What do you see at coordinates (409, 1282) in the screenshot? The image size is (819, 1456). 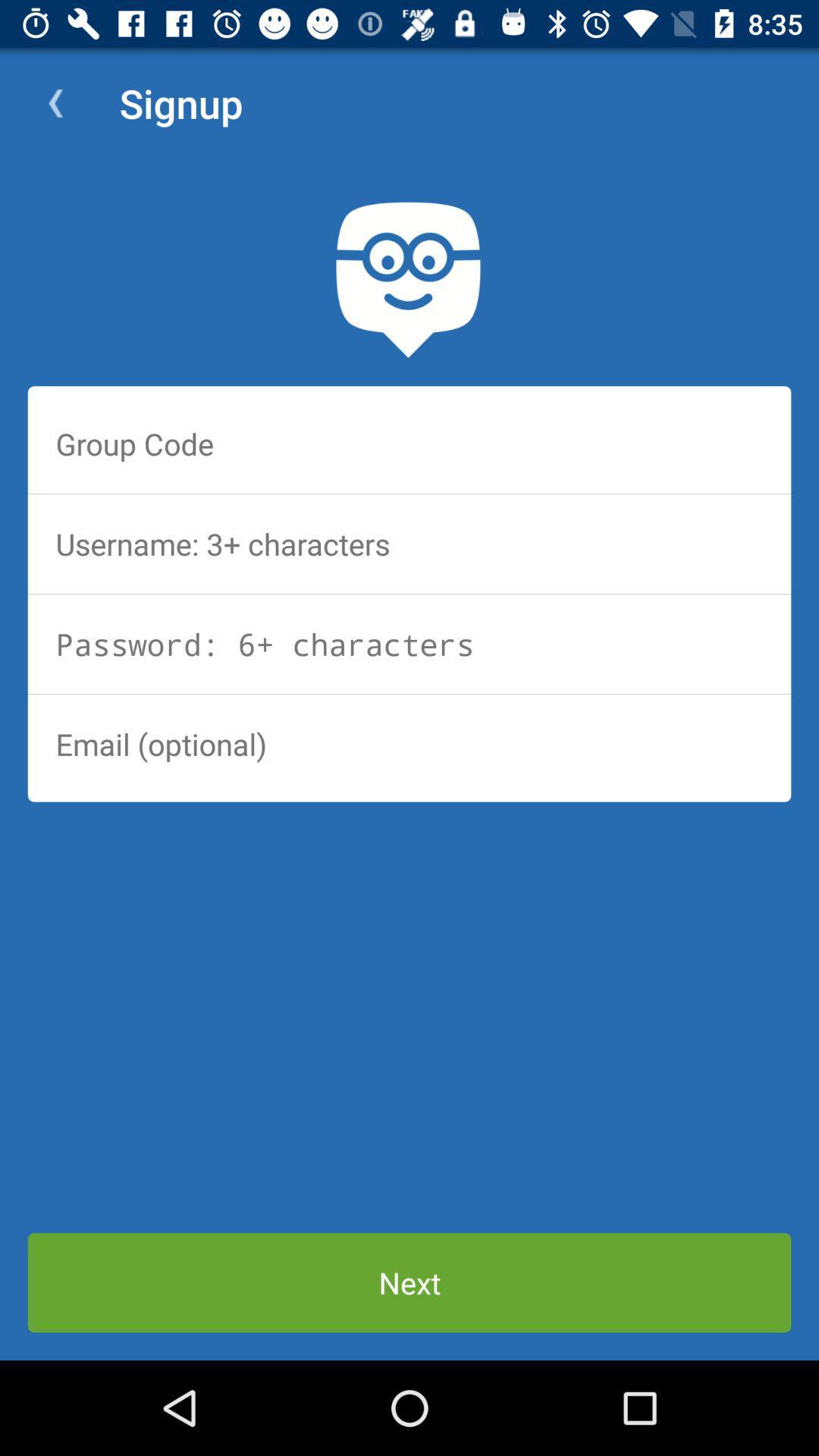 I see `next` at bounding box center [409, 1282].